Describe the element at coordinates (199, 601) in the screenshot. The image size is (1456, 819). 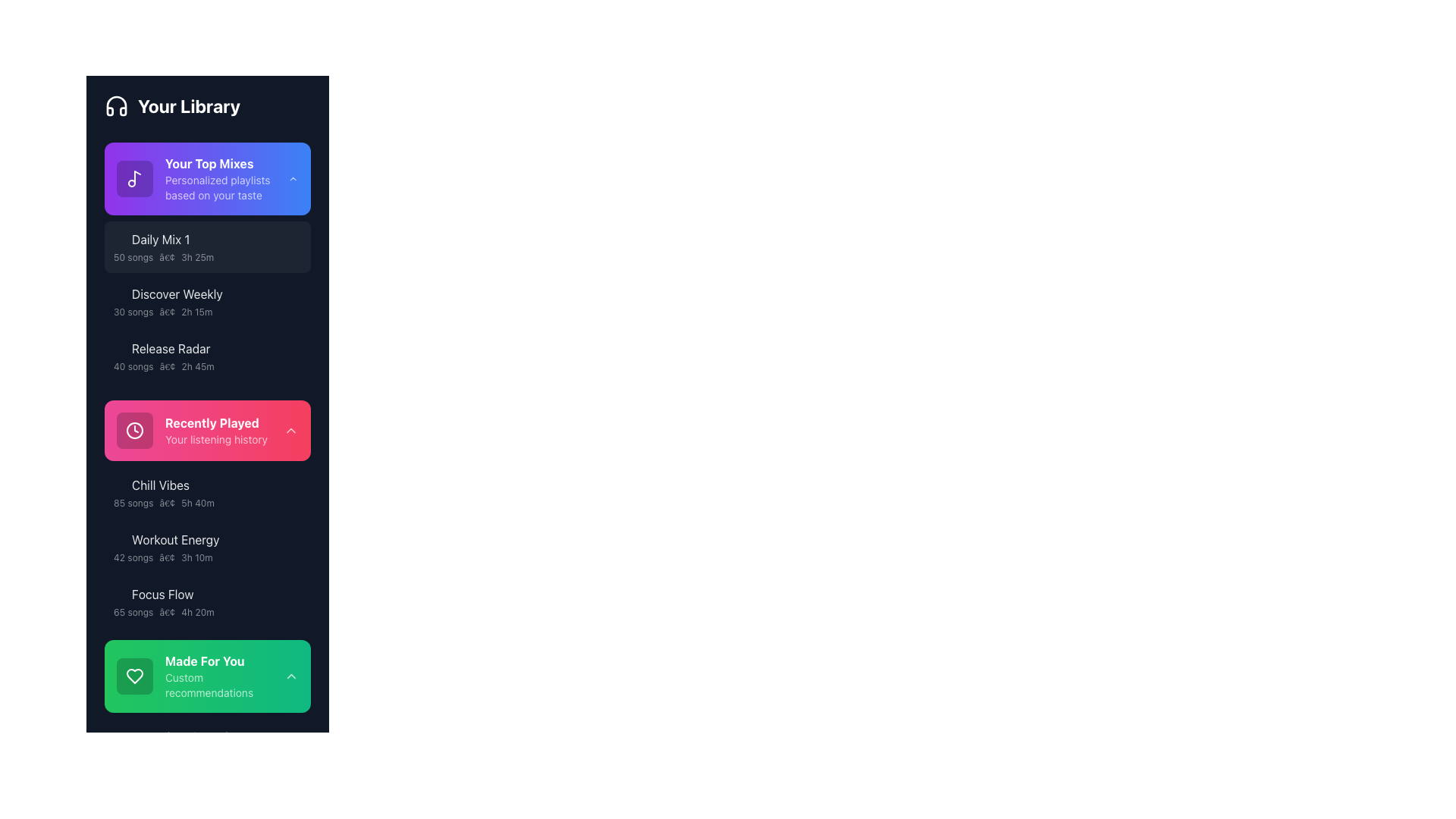
I see `the playlist item titled 'Focus Flow' to view its details such as the number of songs and total duration` at that location.